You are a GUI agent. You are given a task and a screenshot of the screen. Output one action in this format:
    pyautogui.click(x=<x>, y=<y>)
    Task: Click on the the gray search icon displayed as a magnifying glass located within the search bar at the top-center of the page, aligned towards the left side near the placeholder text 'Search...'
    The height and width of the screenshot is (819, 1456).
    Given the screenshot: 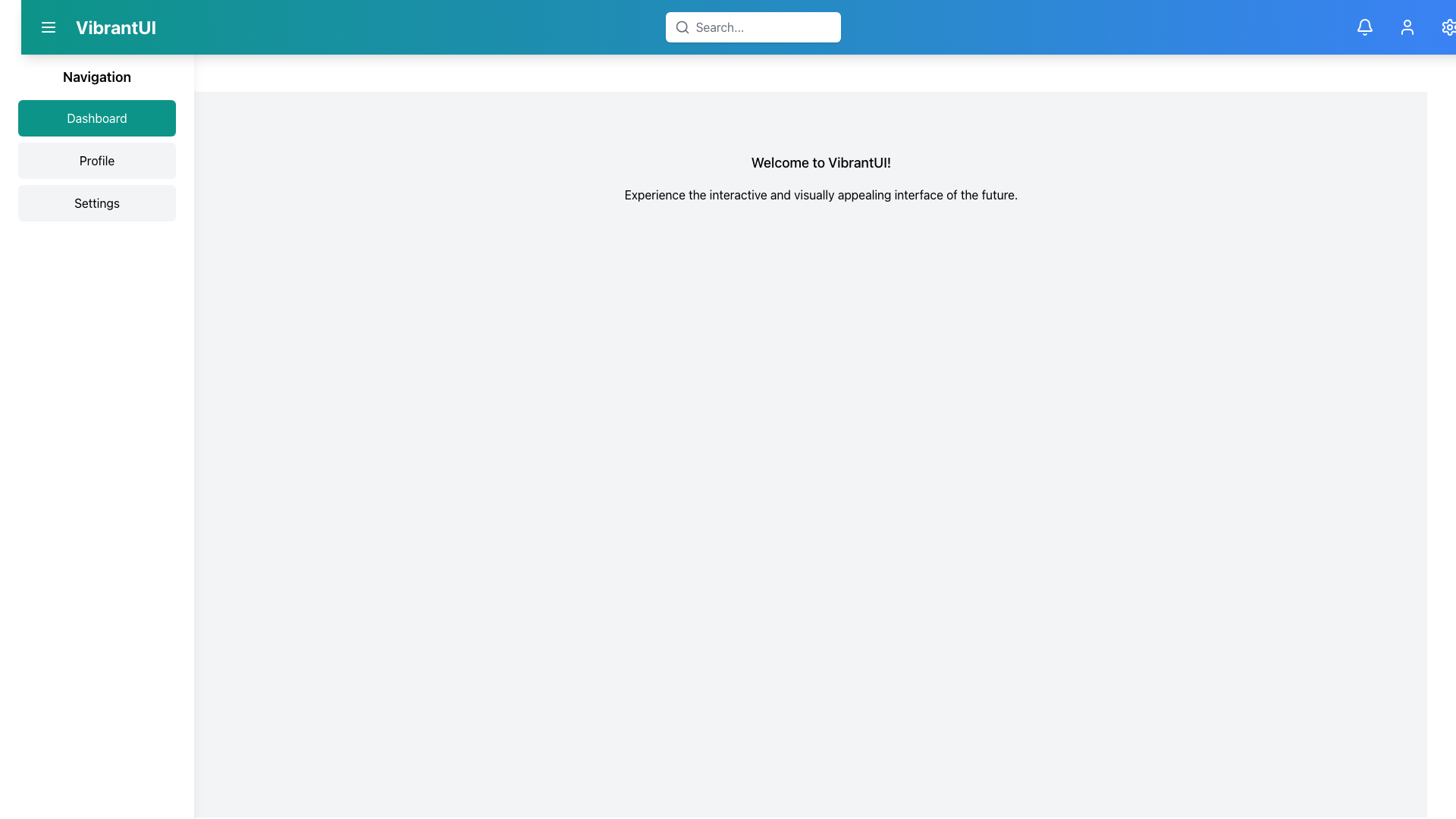 What is the action you would take?
    pyautogui.click(x=681, y=27)
    